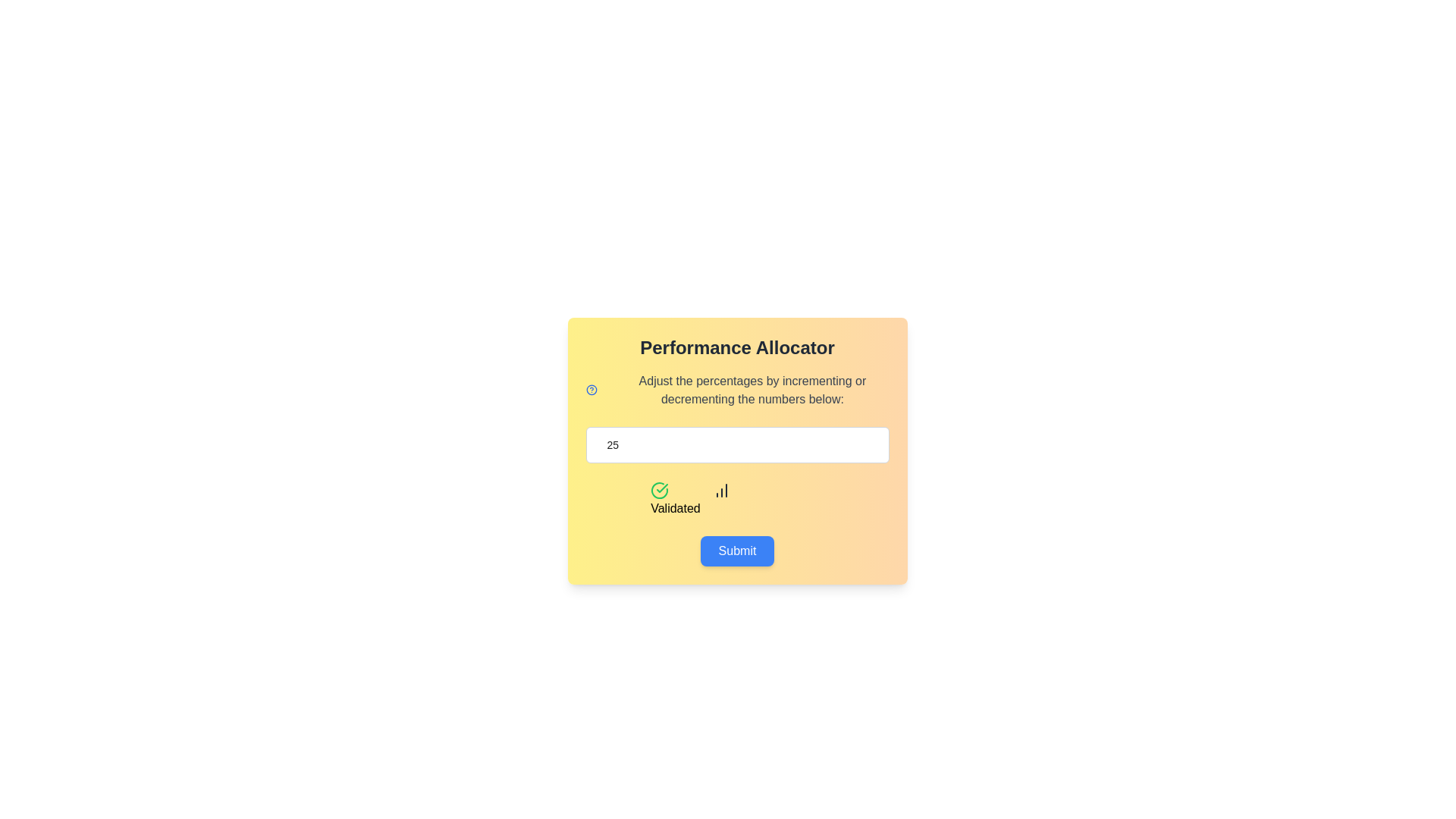 The image size is (1456, 819). What do you see at coordinates (720, 491) in the screenshot?
I see `the performance data icon located at the lower center of the 'Performance Allocator' dialog box, positioned directly to the right of a green checkmark icon` at bounding box center [720, 491].